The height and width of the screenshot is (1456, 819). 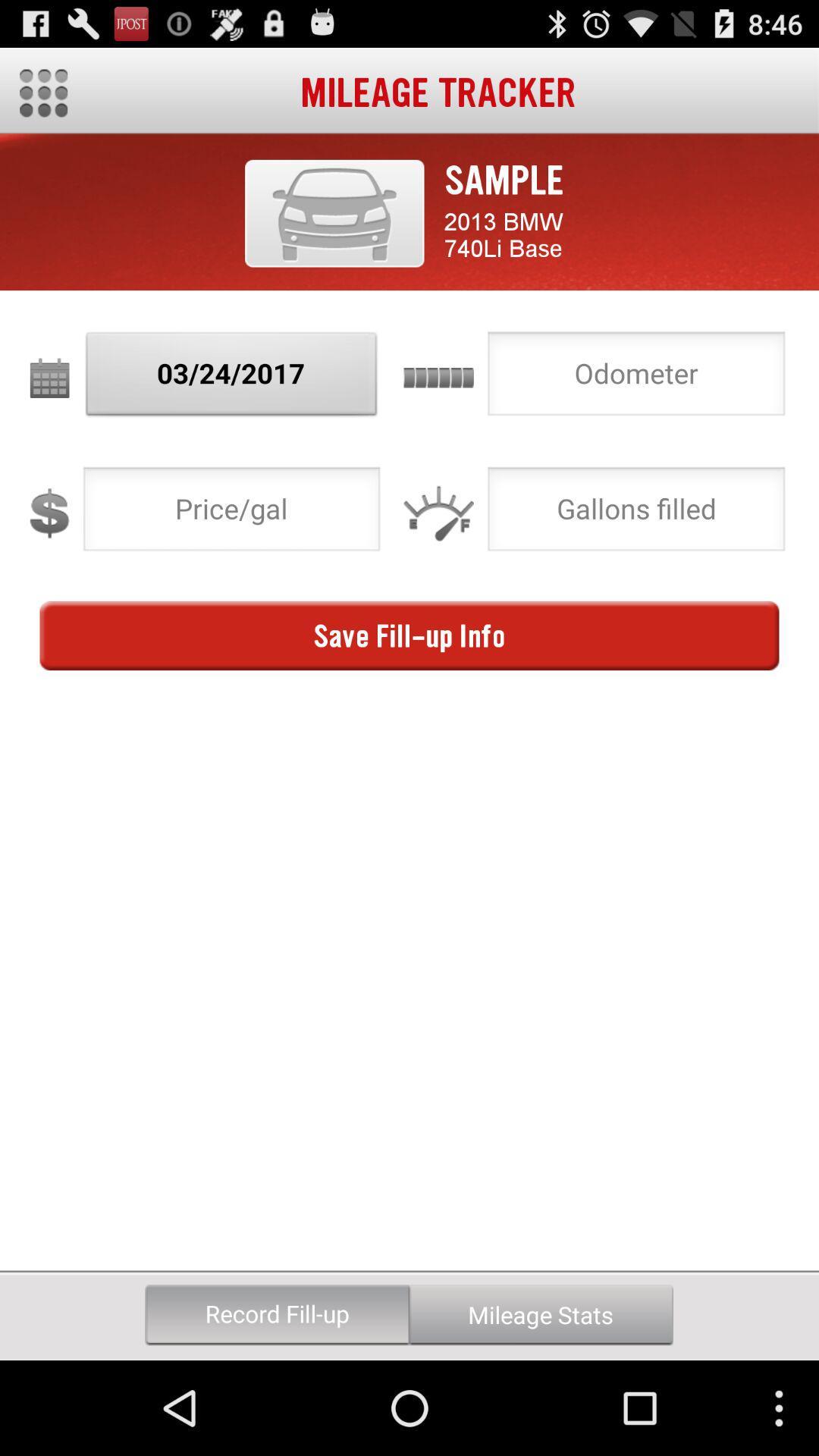 What do you see at coordinates (540, 1314) in the screenshot?
I see `button below save fill up icon` at bounding box center [540, 1314].